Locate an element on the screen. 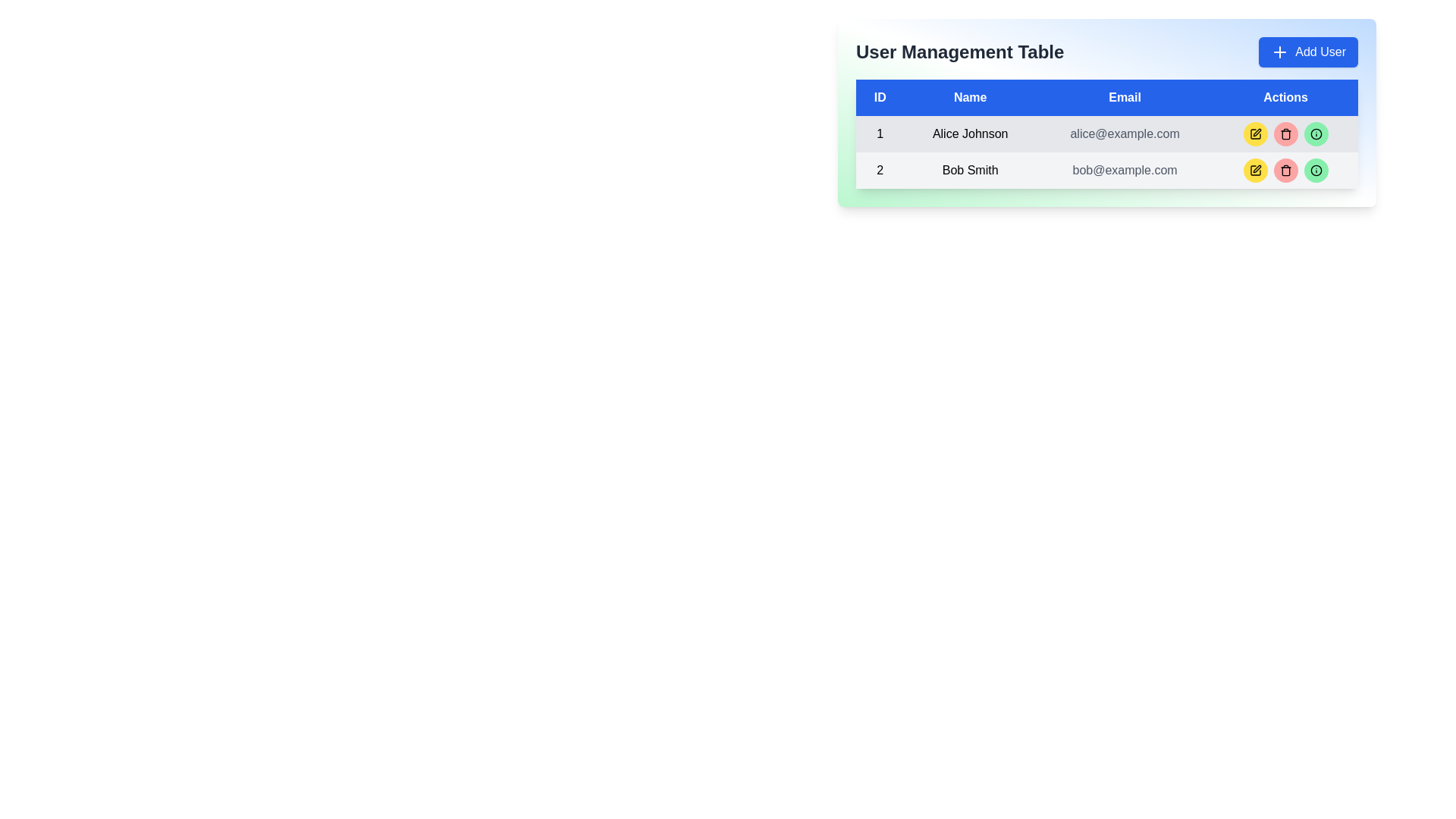  the Table Cell displaying the identification number for the first user, which is located in the first row under the 'ID' column, adjacent to 'Alice Johnson' and 'alice@example.com' is located at coordinates (880, 133).